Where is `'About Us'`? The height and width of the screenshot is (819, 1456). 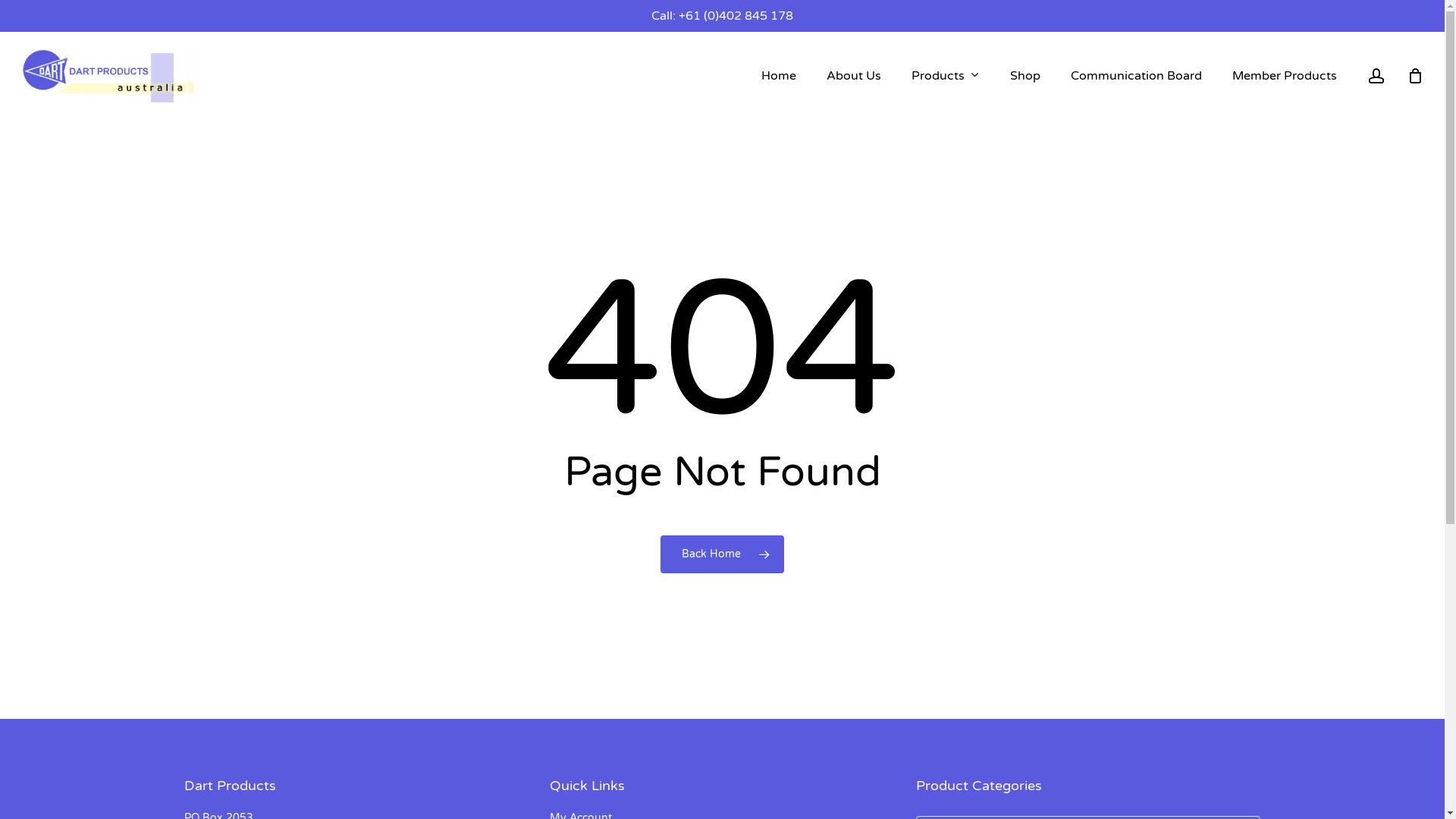 'About Us' is located at coordinates (854, 76).